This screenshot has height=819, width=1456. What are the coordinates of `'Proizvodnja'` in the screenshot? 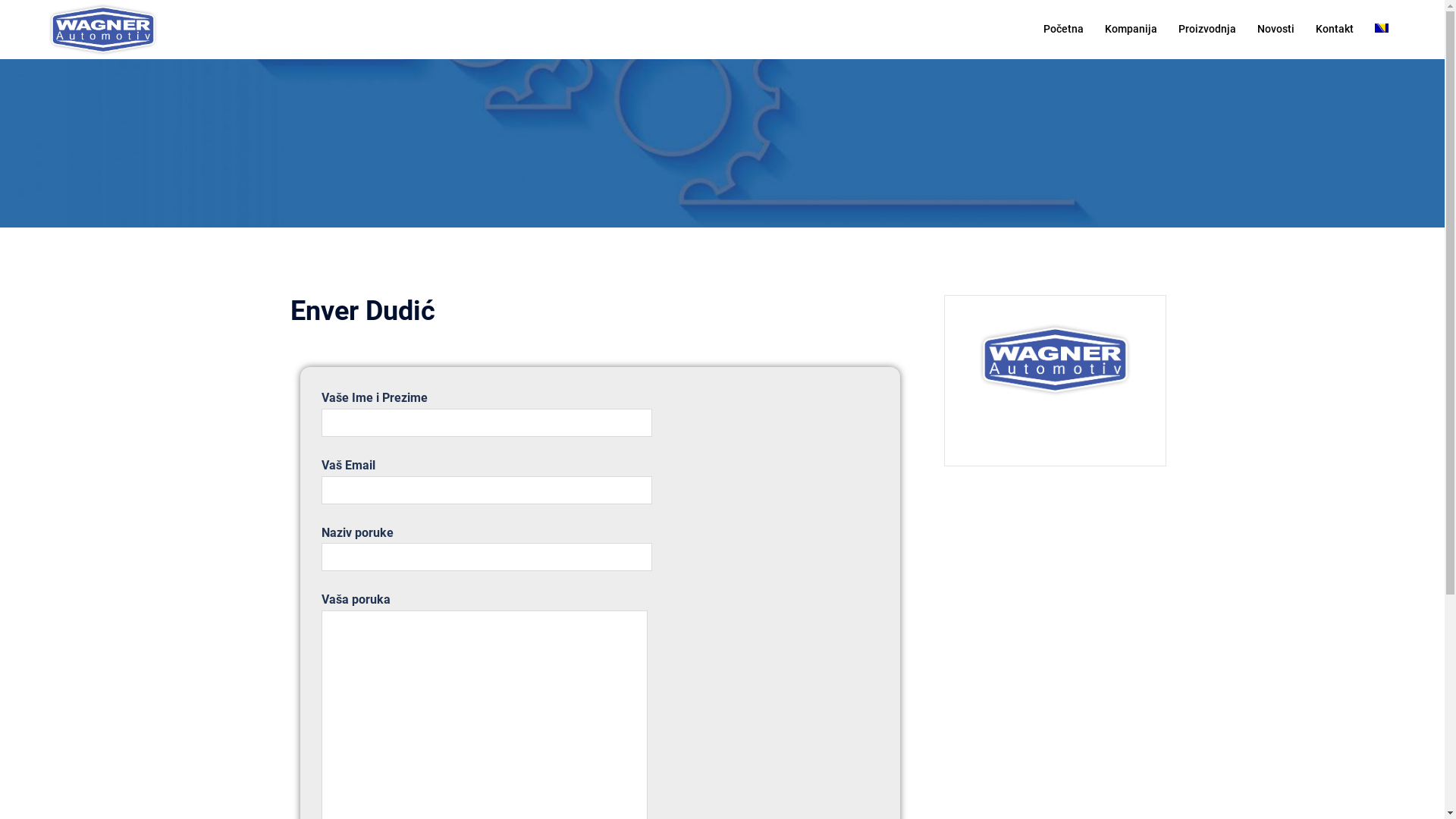 It's located at (1207, 29).